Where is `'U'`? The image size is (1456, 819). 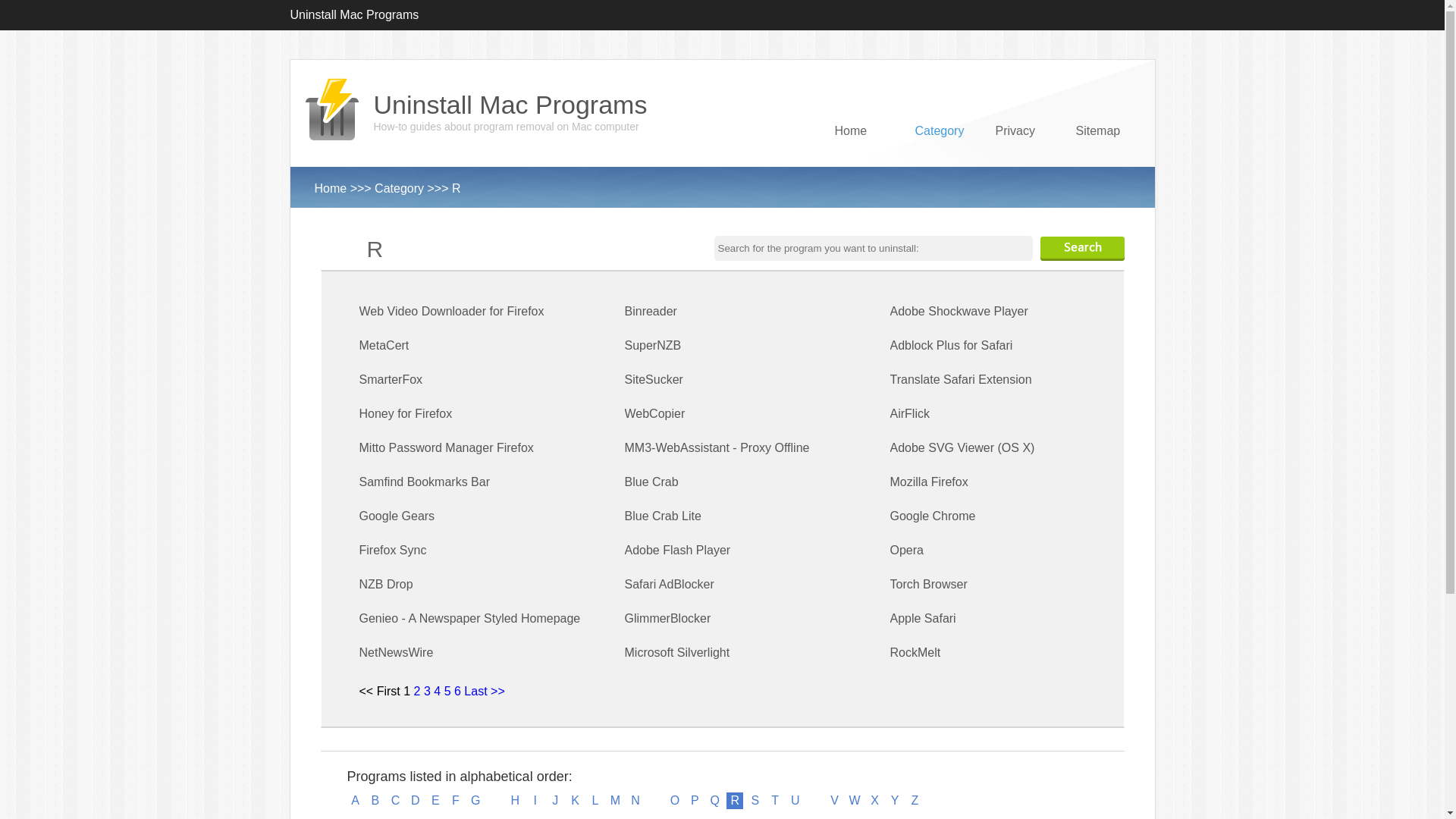
'U' is located at coordinates (795, 800).